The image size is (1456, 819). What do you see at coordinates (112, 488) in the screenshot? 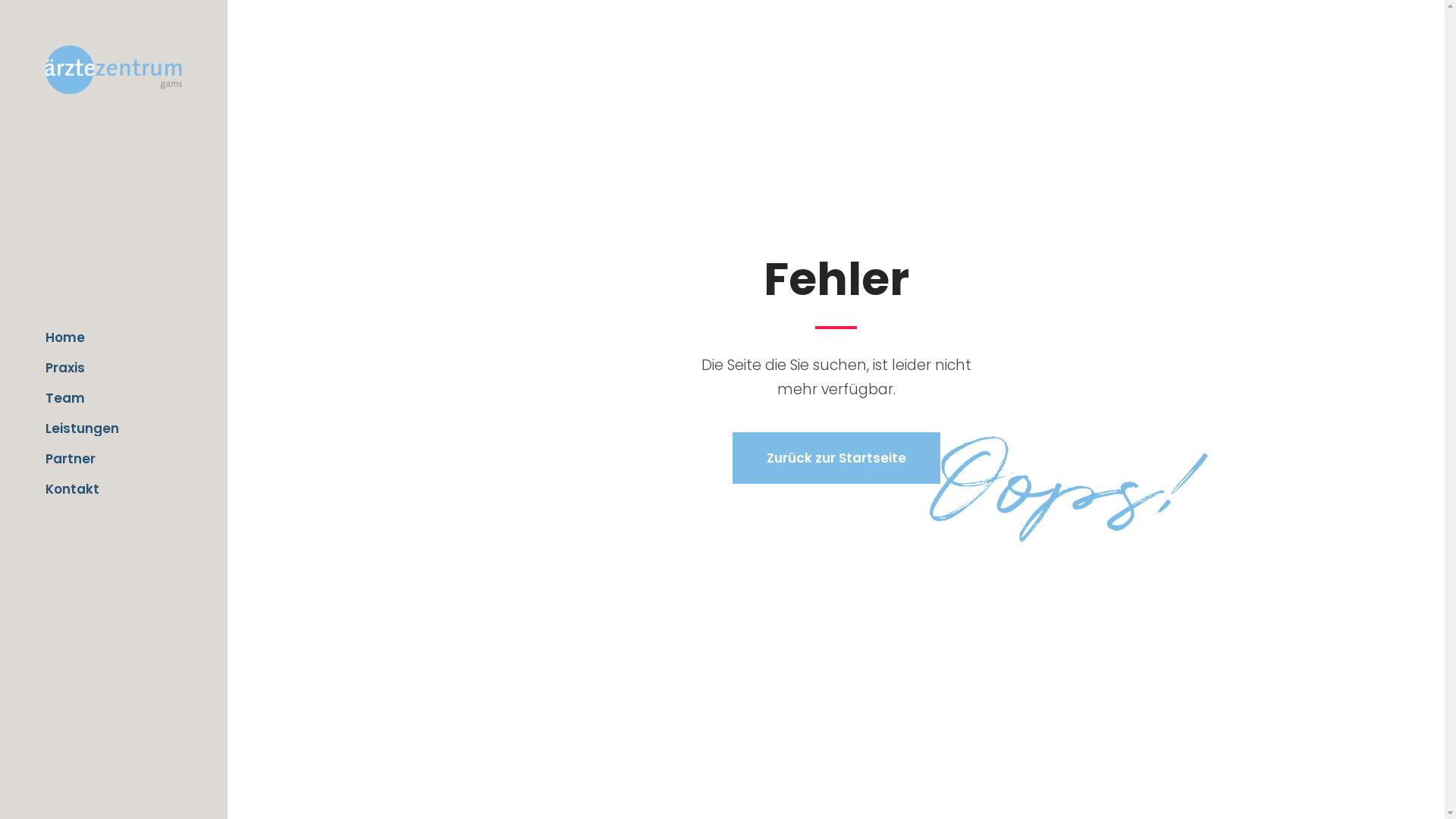
I see `'Kontakt'` at bounding box center [112, 488].